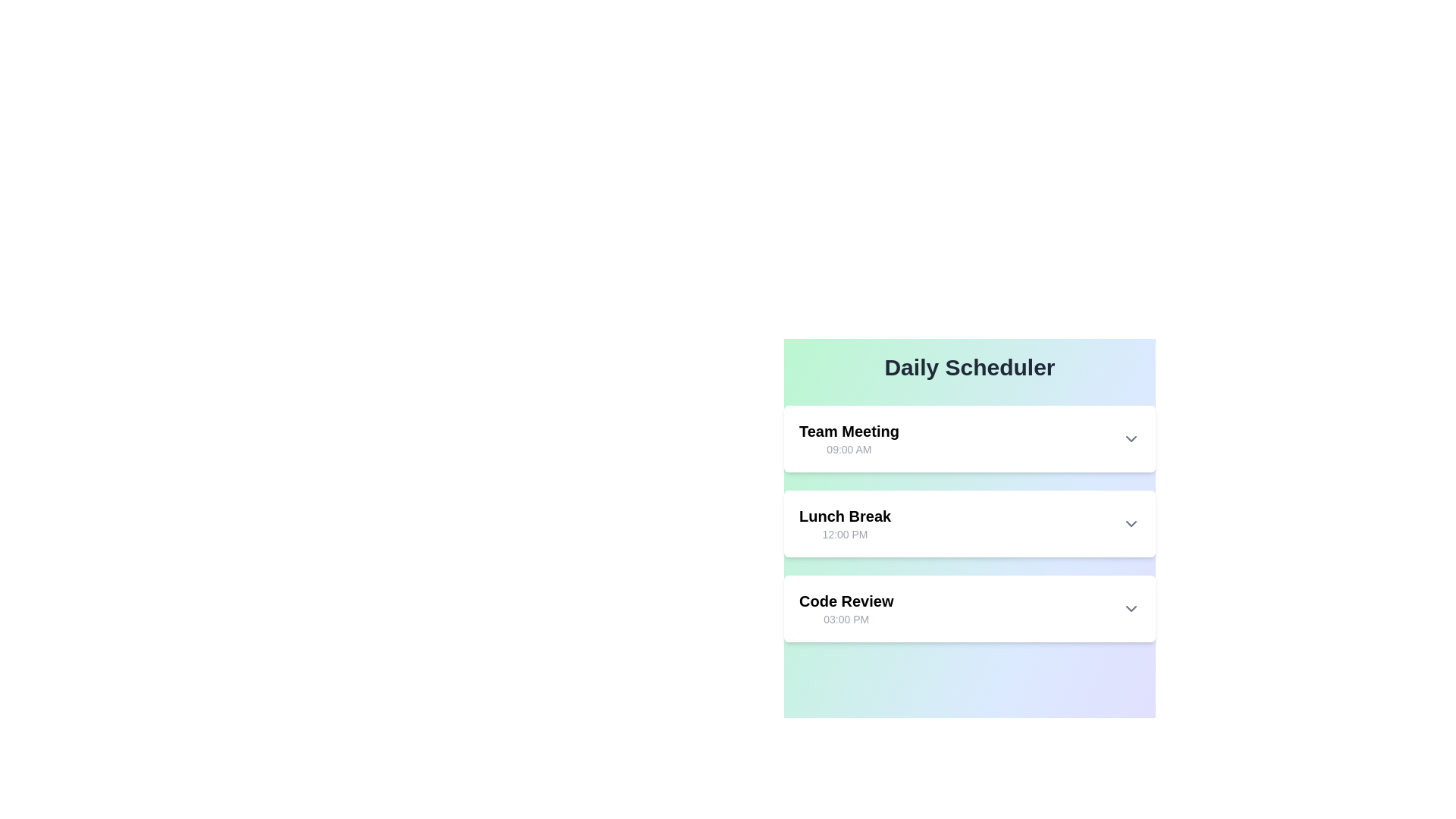 The image size is (1456, 819). Describe the element at coordinates (848, 431) in the screenshot. I see `the 'Team Meeting' text label located at the top of the first entry in the 'Daily Scheduler' list, which indicates the scheduled activity` at that location.